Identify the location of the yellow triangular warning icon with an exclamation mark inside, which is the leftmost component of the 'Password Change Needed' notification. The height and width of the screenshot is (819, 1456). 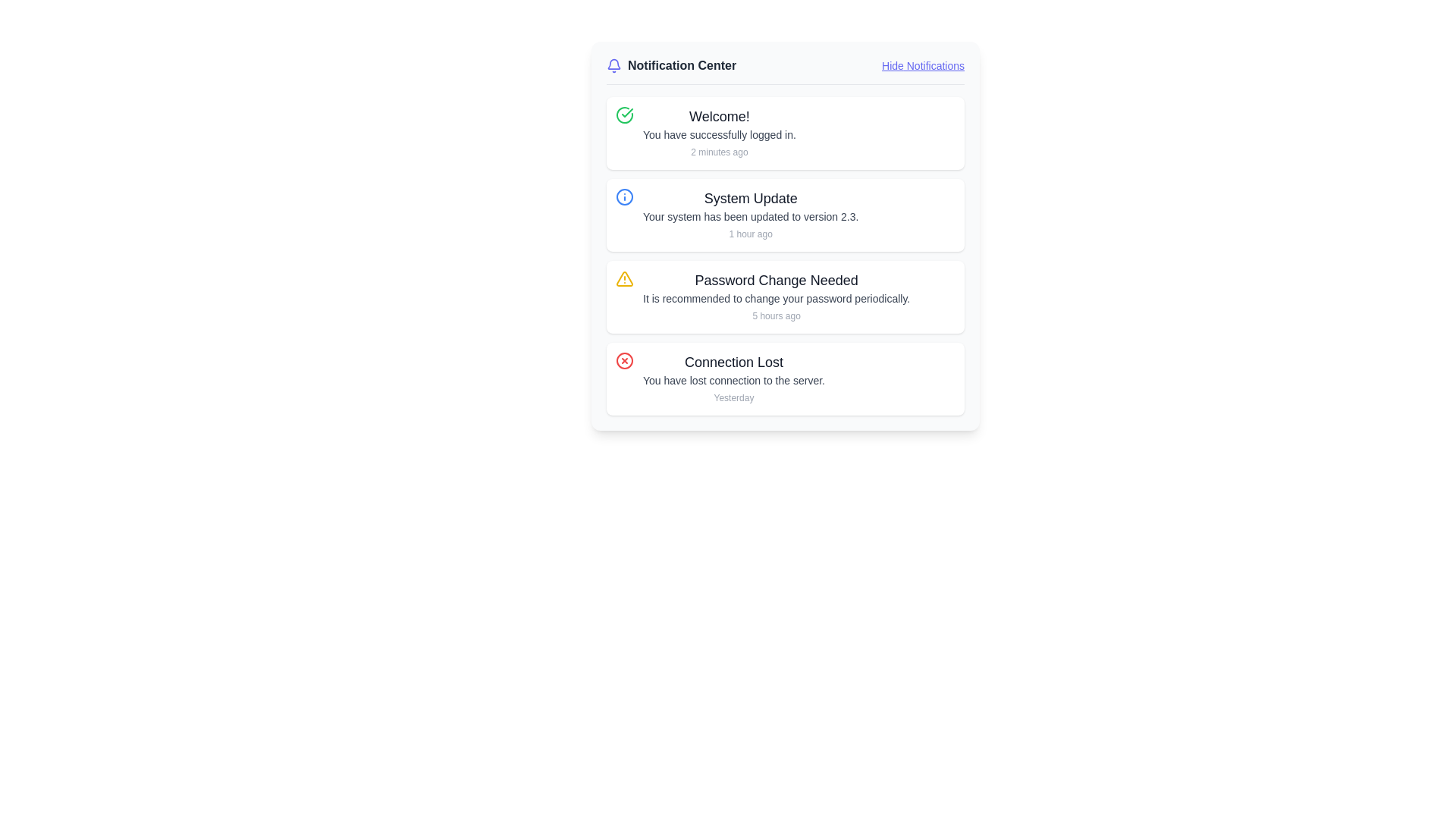
(625, 278).